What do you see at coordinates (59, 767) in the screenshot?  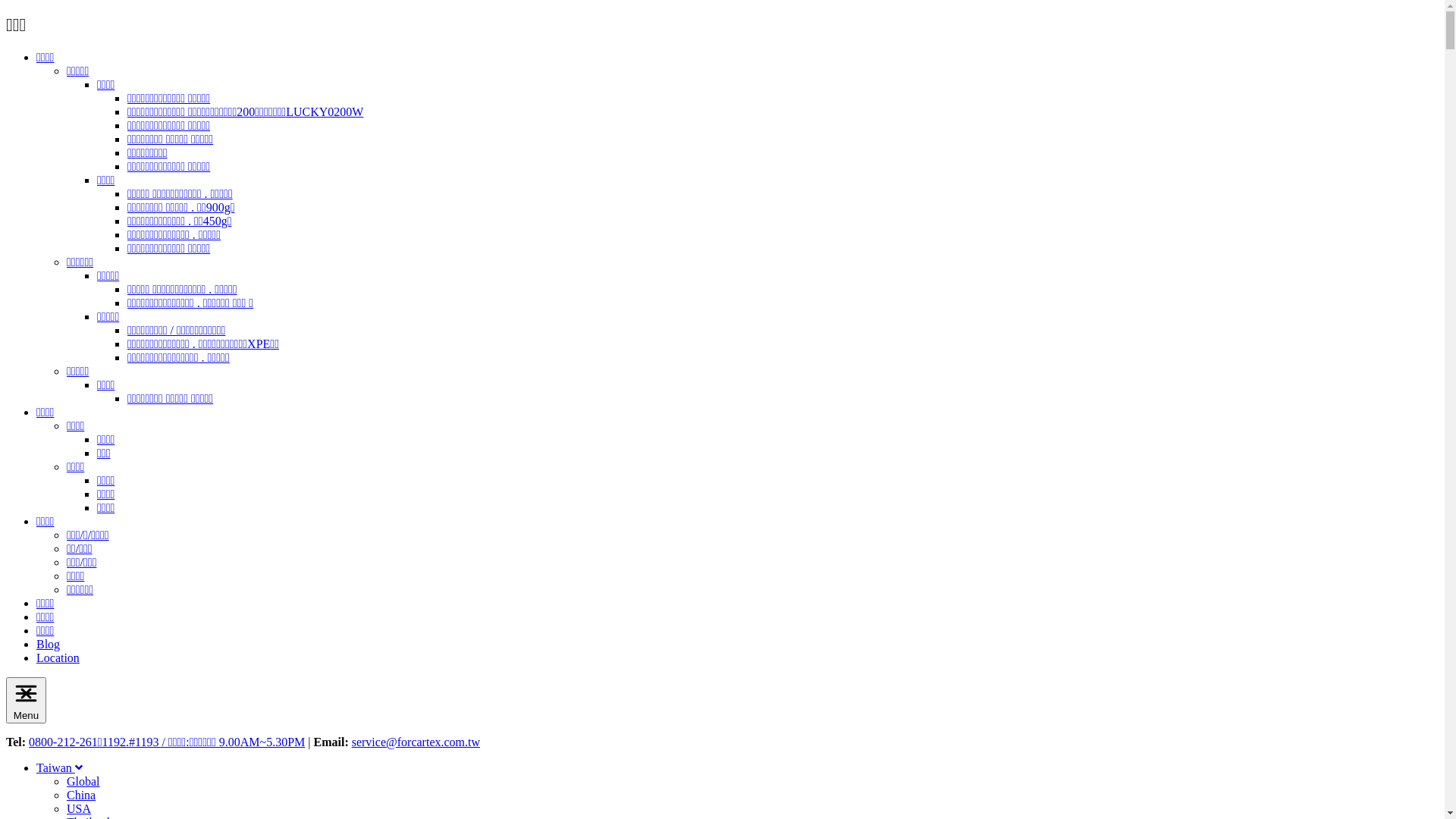 I see `'Taiwan'` at bounding box center [59, 767].